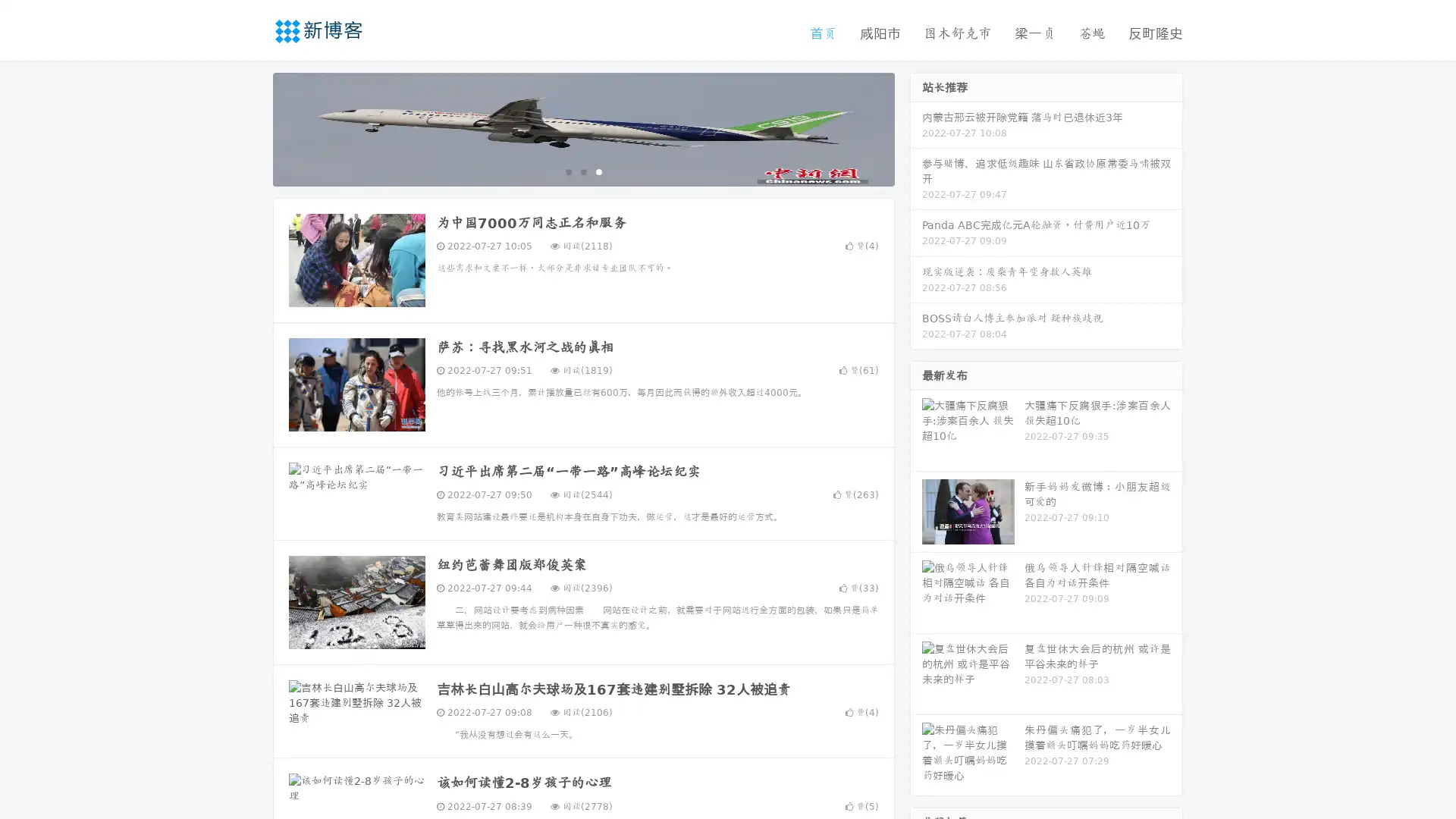 The width and height of the screenshot is (1456, 819). What do you see at coordinates (567, 171) in the screenshot?
I see `Go to slide 1` at bounding box center [567, 171].